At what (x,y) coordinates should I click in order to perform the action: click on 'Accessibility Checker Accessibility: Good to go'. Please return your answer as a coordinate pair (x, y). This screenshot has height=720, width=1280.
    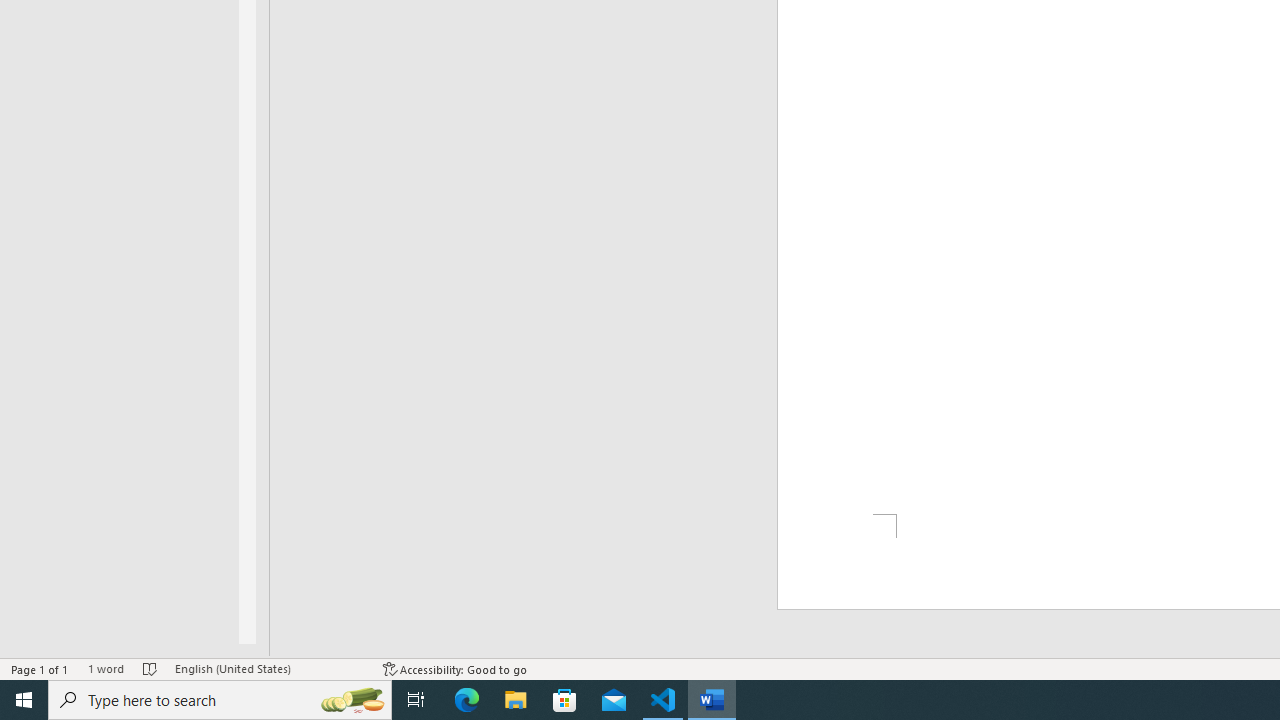
    Looking at the image, I should click on (454, 669).